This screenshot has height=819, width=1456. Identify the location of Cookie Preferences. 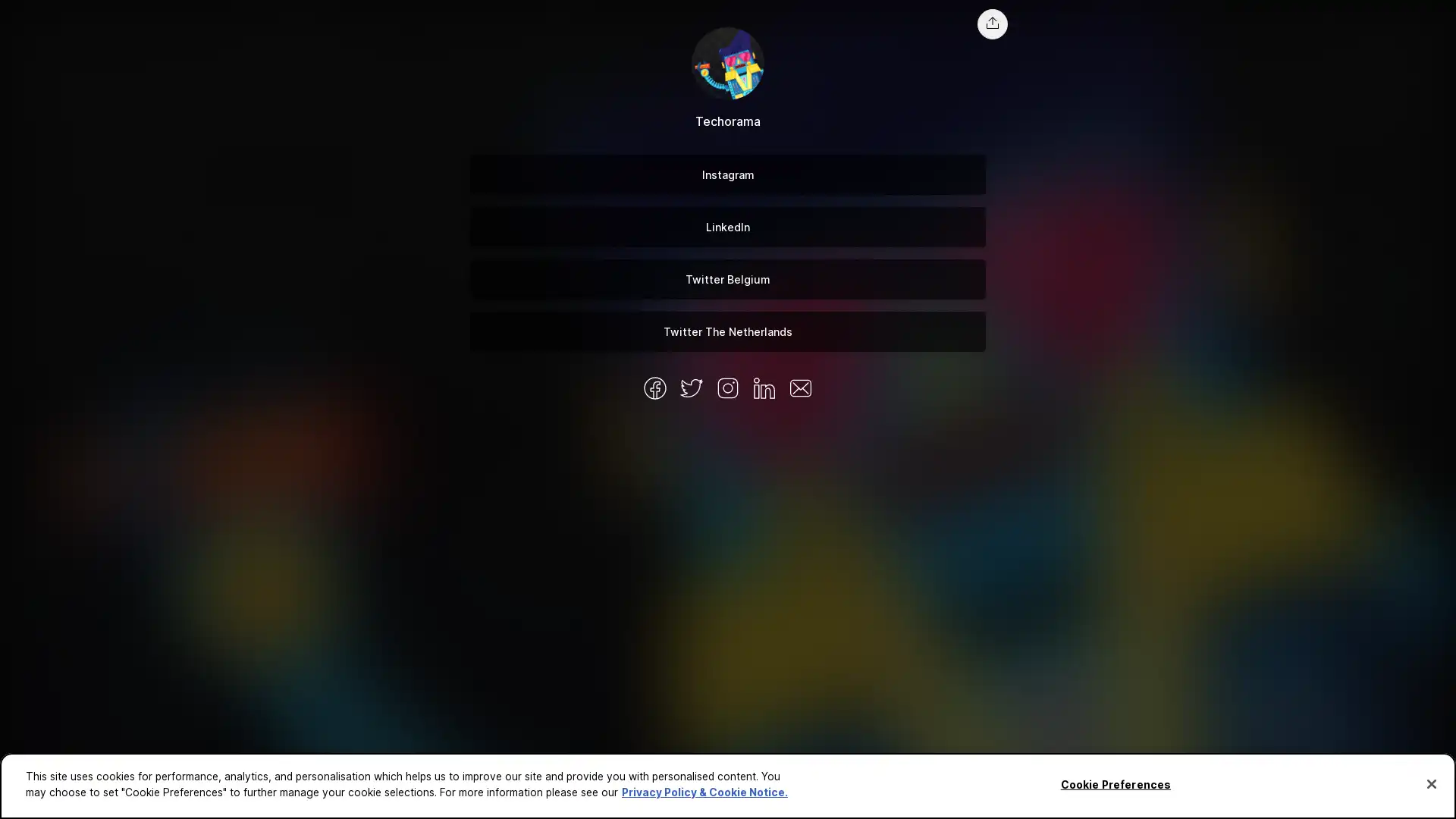
(1115, 784).